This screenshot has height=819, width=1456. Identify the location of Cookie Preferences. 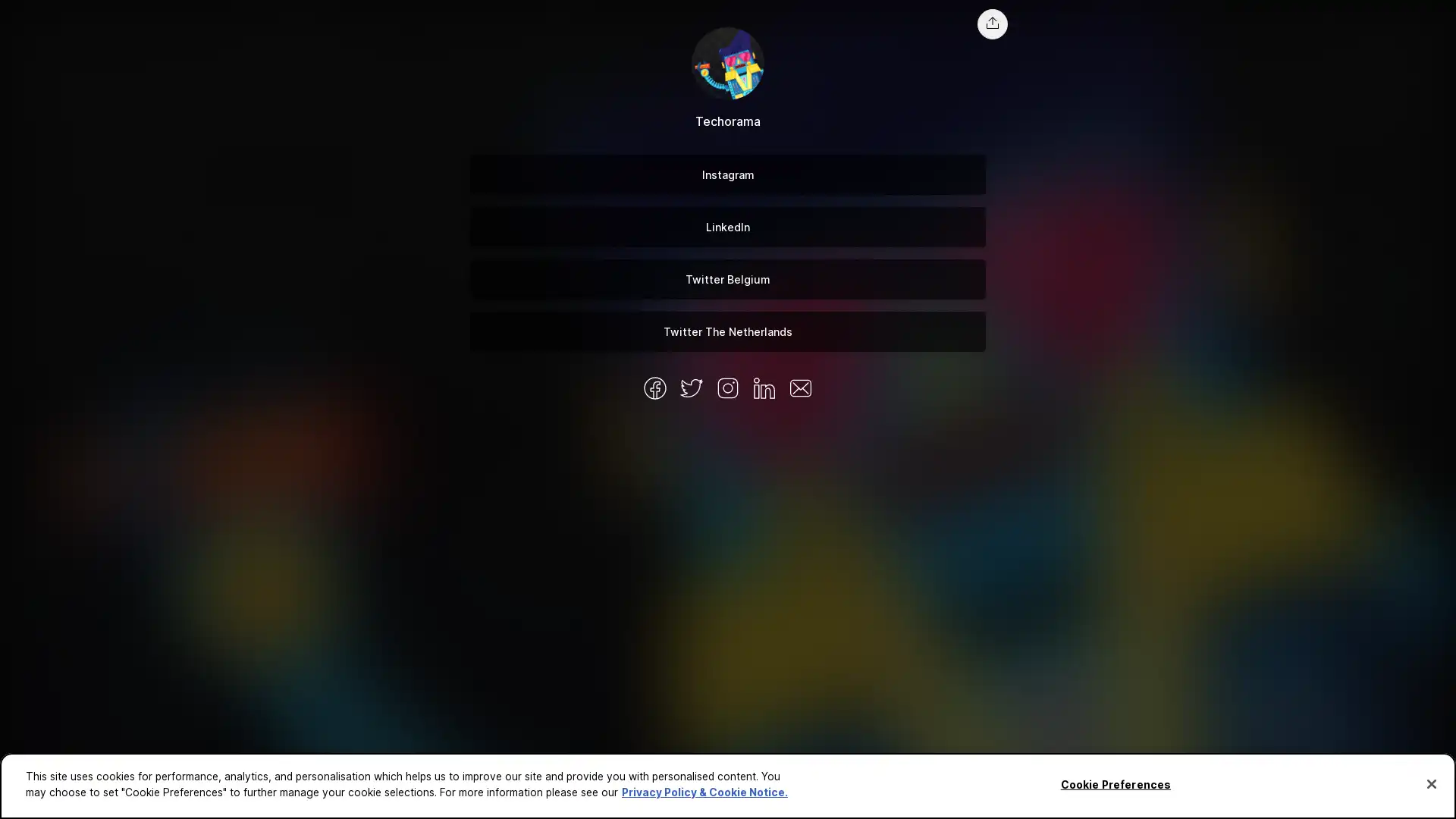
(1115, 784).